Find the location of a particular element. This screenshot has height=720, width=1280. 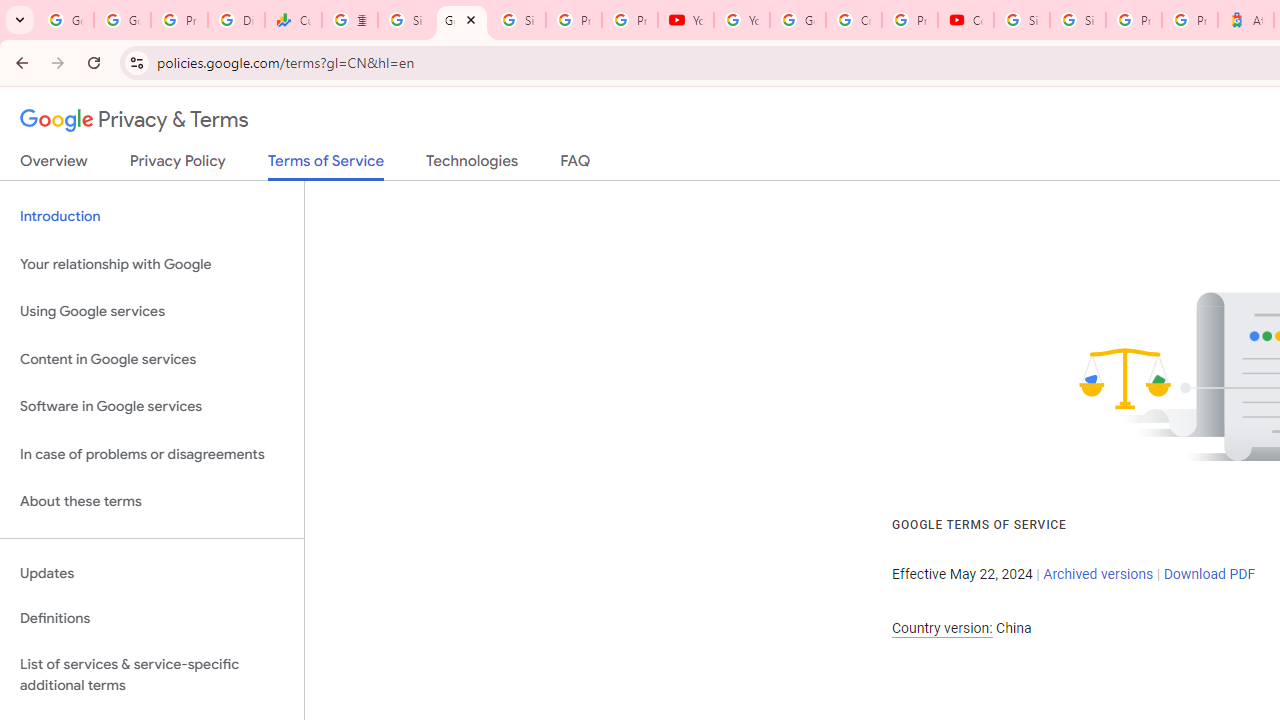

'About these terms' is located at coordinates (151, 501).